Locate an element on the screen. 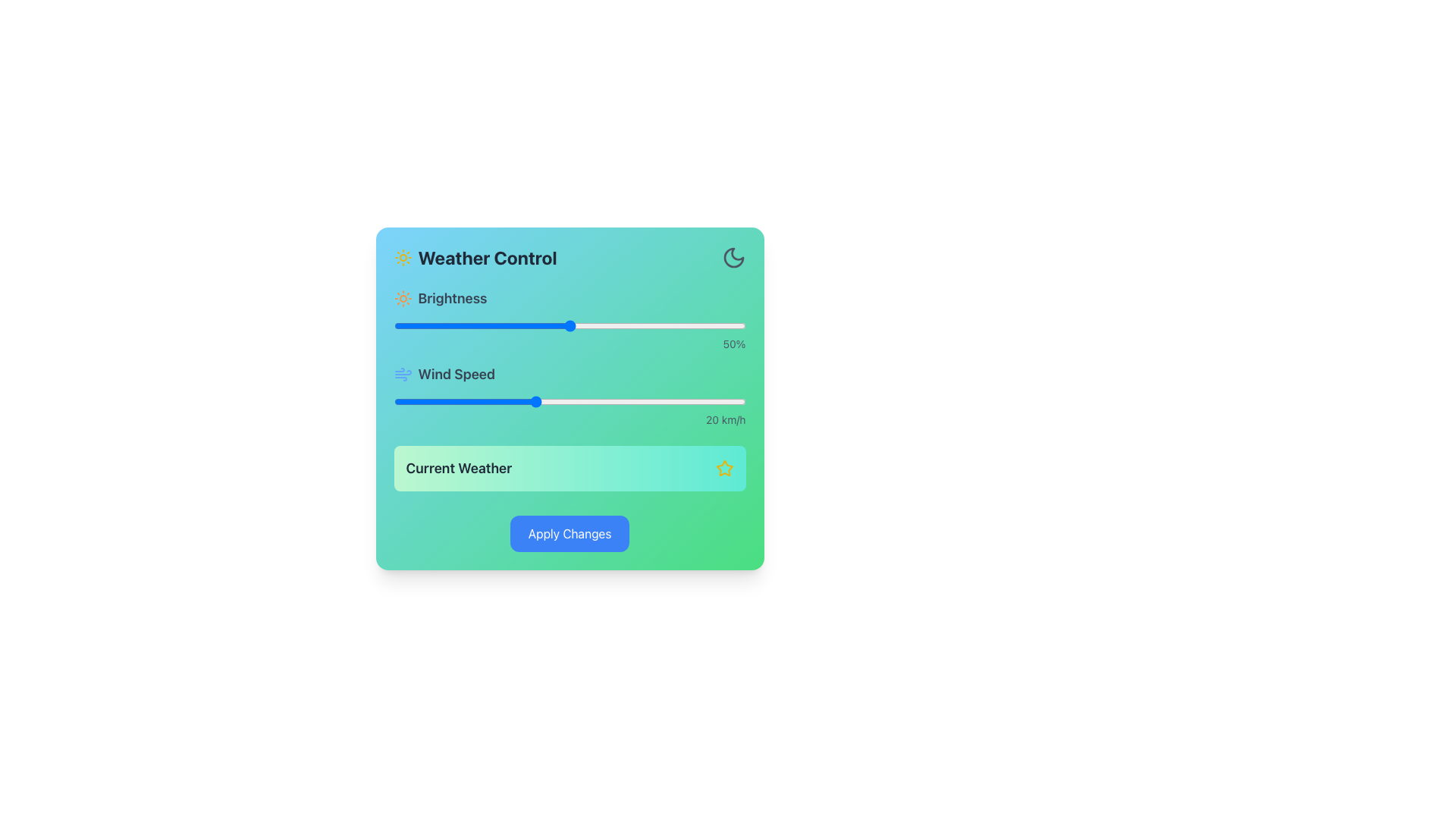  the bold text element displaying 'Weather Control', which is styled in dark gray and aligned horizontally next to a sun icon is located at coordinates (475, 256).